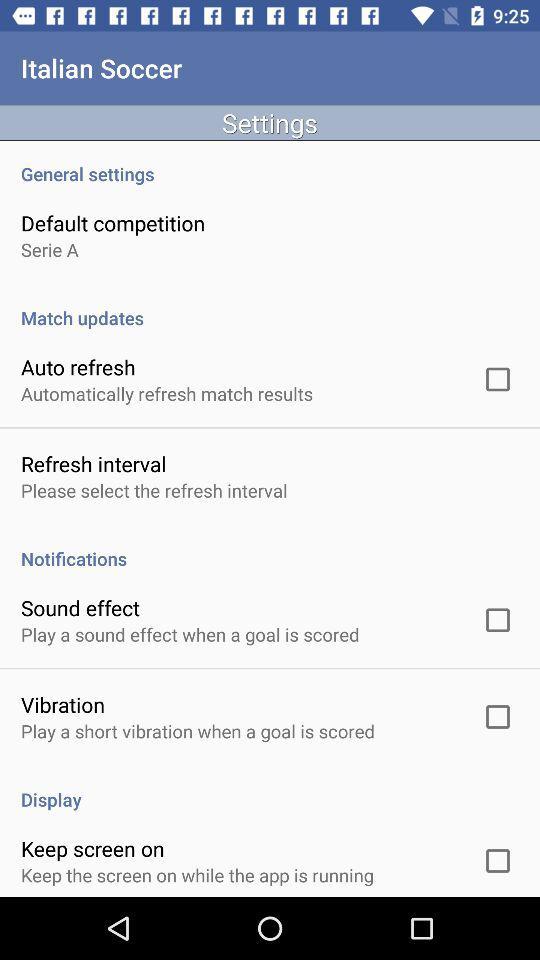 This screenshot has height=960, width=540. I want to click on item below refresh interval item, so click(153, 489).